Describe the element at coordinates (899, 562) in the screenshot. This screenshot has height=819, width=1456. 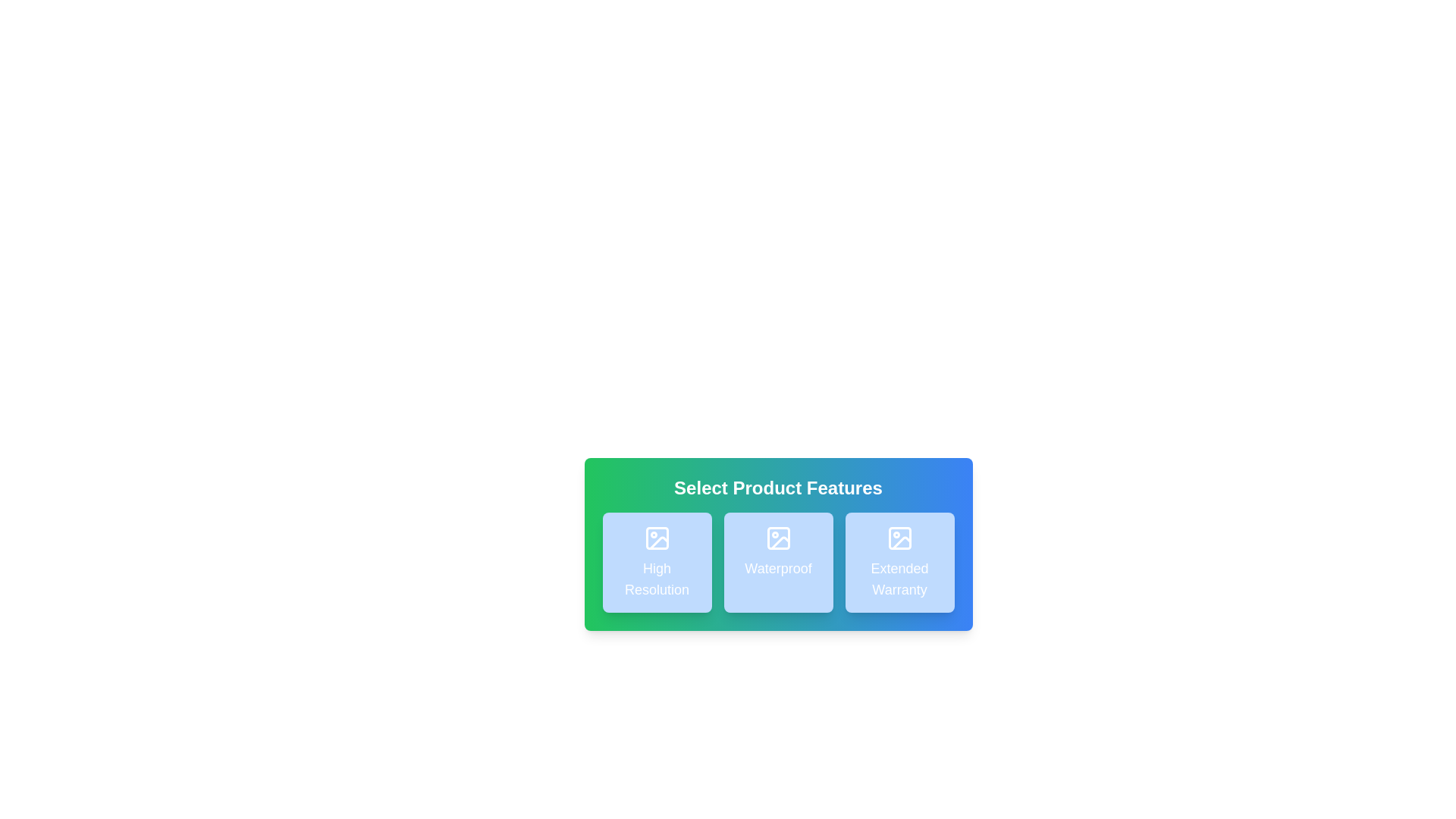
I see `the feature card labeled Extended Warranty` at that location.